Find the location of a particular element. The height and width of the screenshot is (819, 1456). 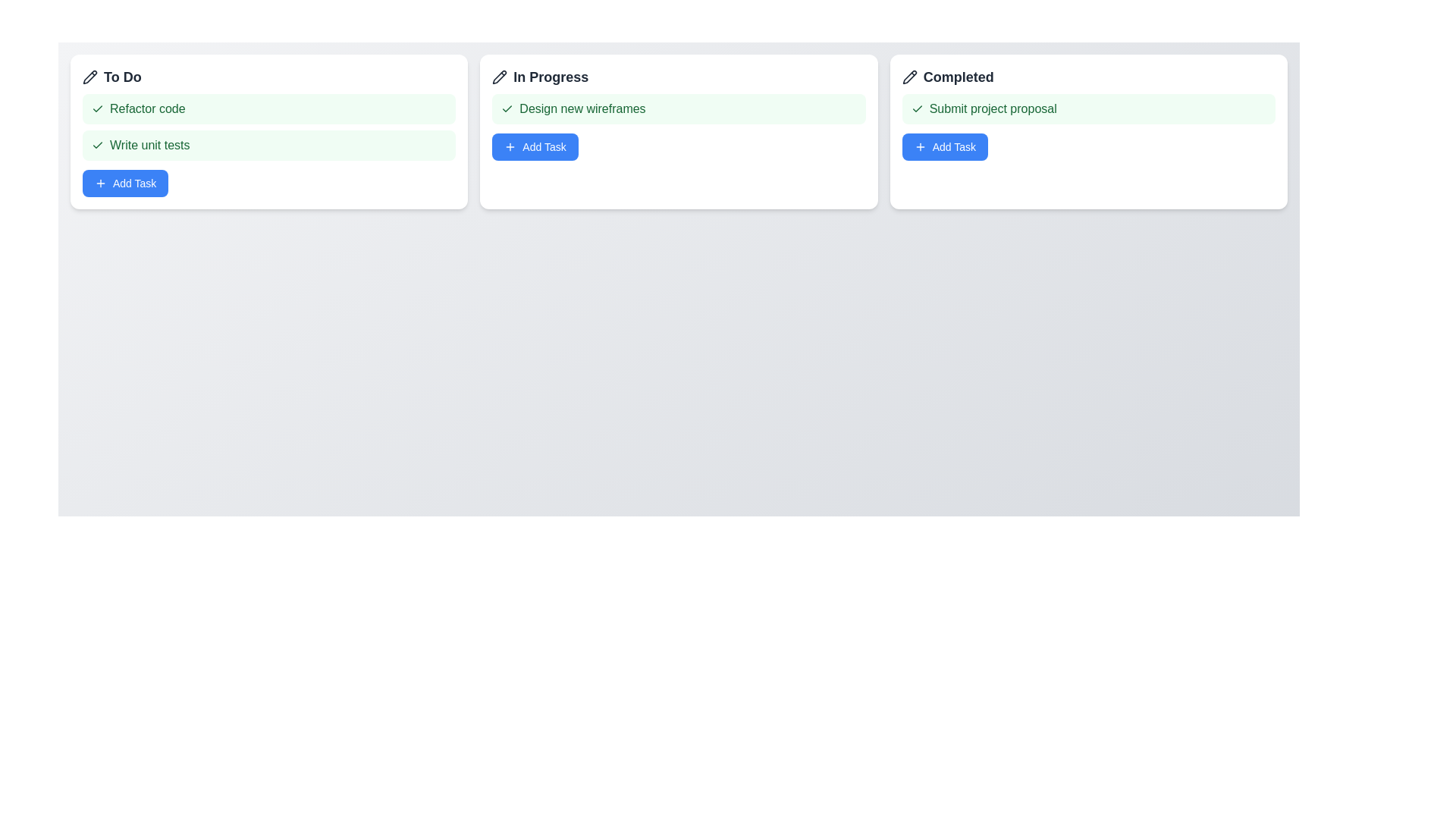

'Add Task' button for the column titled 'To Do' to add a new task is located at coordinates (125, 183).